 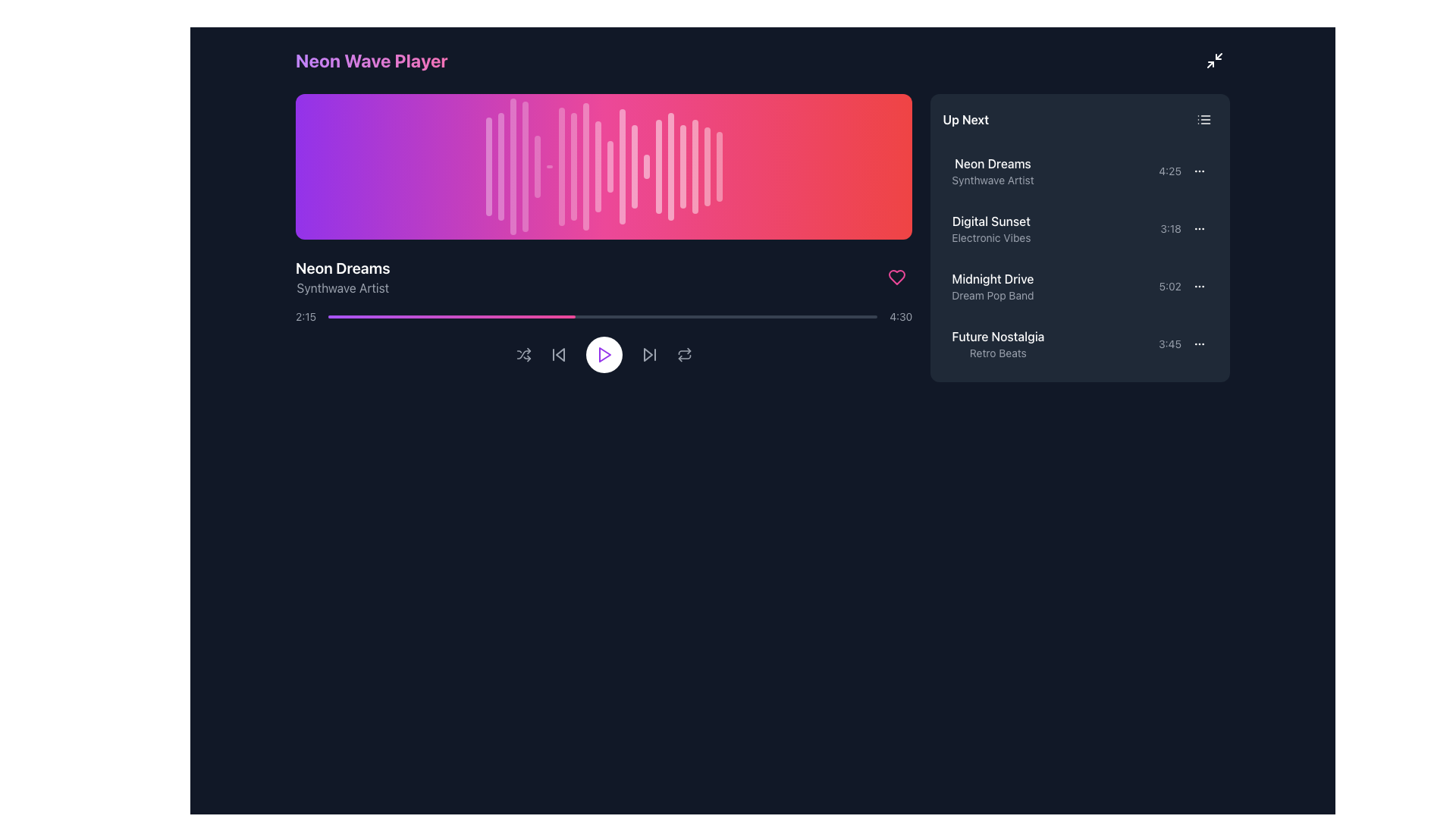 What do you see at coordinates (1215, 60) in the screenshot?
I see `the button located in the top-right corner of the interface` at bounding box center [1215, 60].